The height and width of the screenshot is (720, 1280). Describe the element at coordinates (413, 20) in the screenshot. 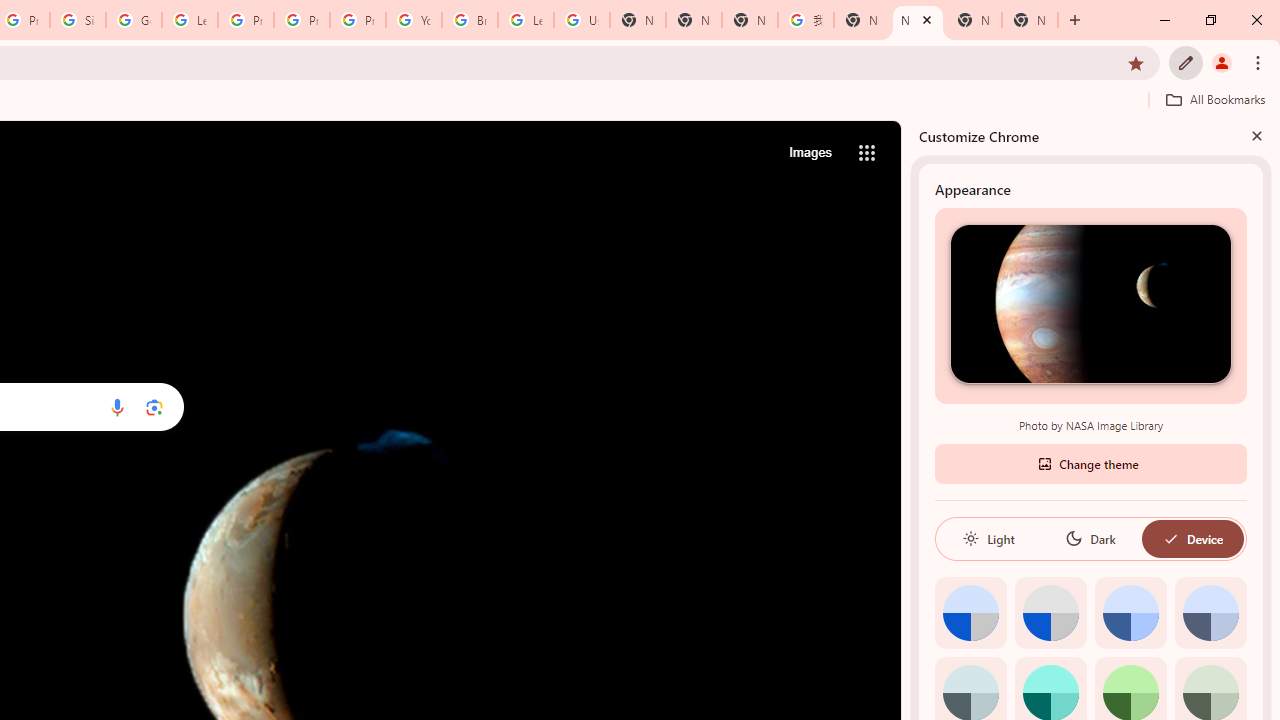

I see `'YouTube'` at that location.